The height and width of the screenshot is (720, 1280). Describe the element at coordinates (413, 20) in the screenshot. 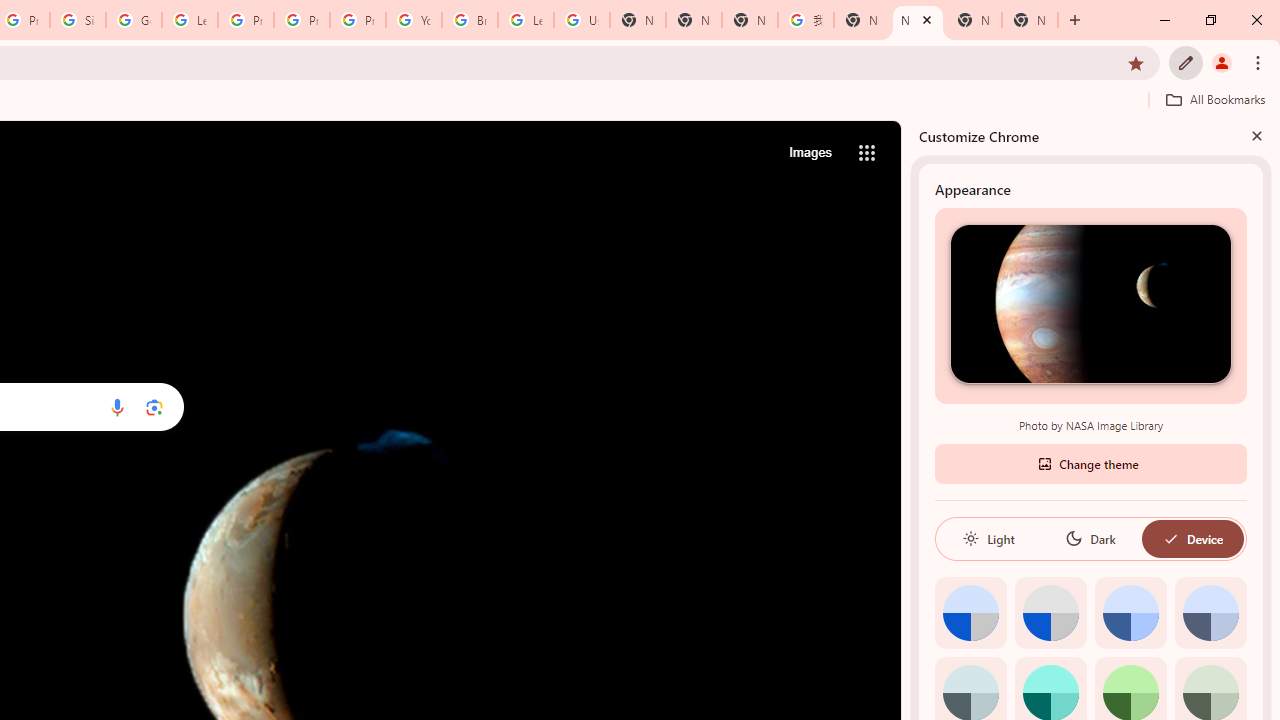

I see `'YouTube'` at that location.